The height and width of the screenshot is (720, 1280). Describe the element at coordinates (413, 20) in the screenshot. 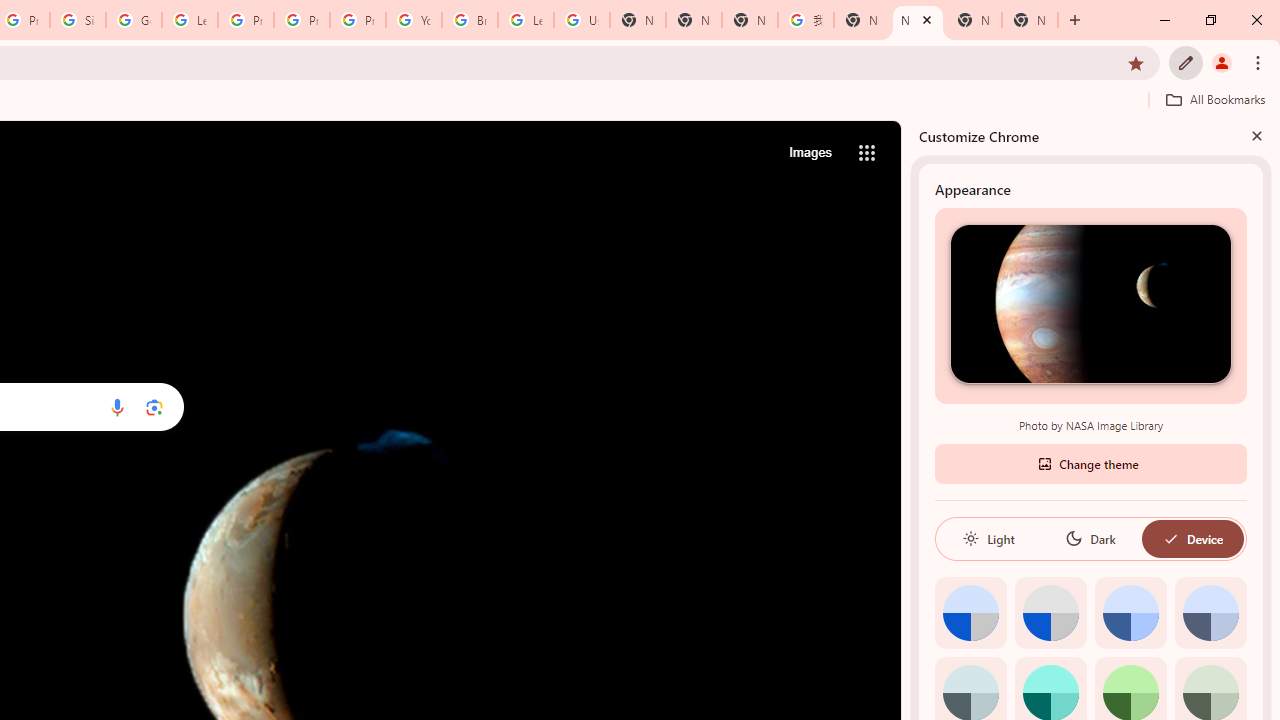

I see `'YouTube'` at that location.